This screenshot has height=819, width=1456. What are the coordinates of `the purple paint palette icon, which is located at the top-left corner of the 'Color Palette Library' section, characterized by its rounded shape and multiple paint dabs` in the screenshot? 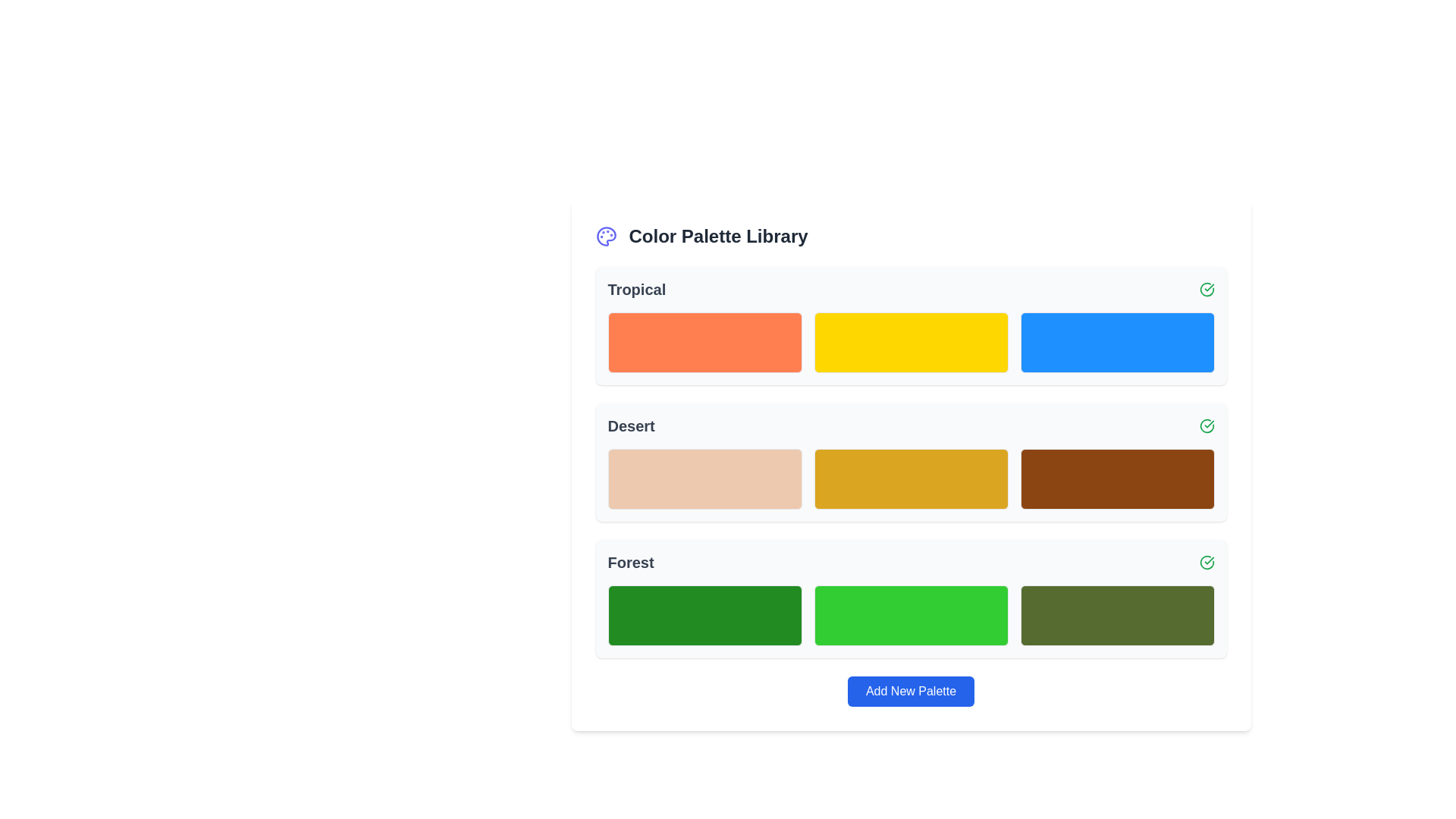 It's located at (605, 237).